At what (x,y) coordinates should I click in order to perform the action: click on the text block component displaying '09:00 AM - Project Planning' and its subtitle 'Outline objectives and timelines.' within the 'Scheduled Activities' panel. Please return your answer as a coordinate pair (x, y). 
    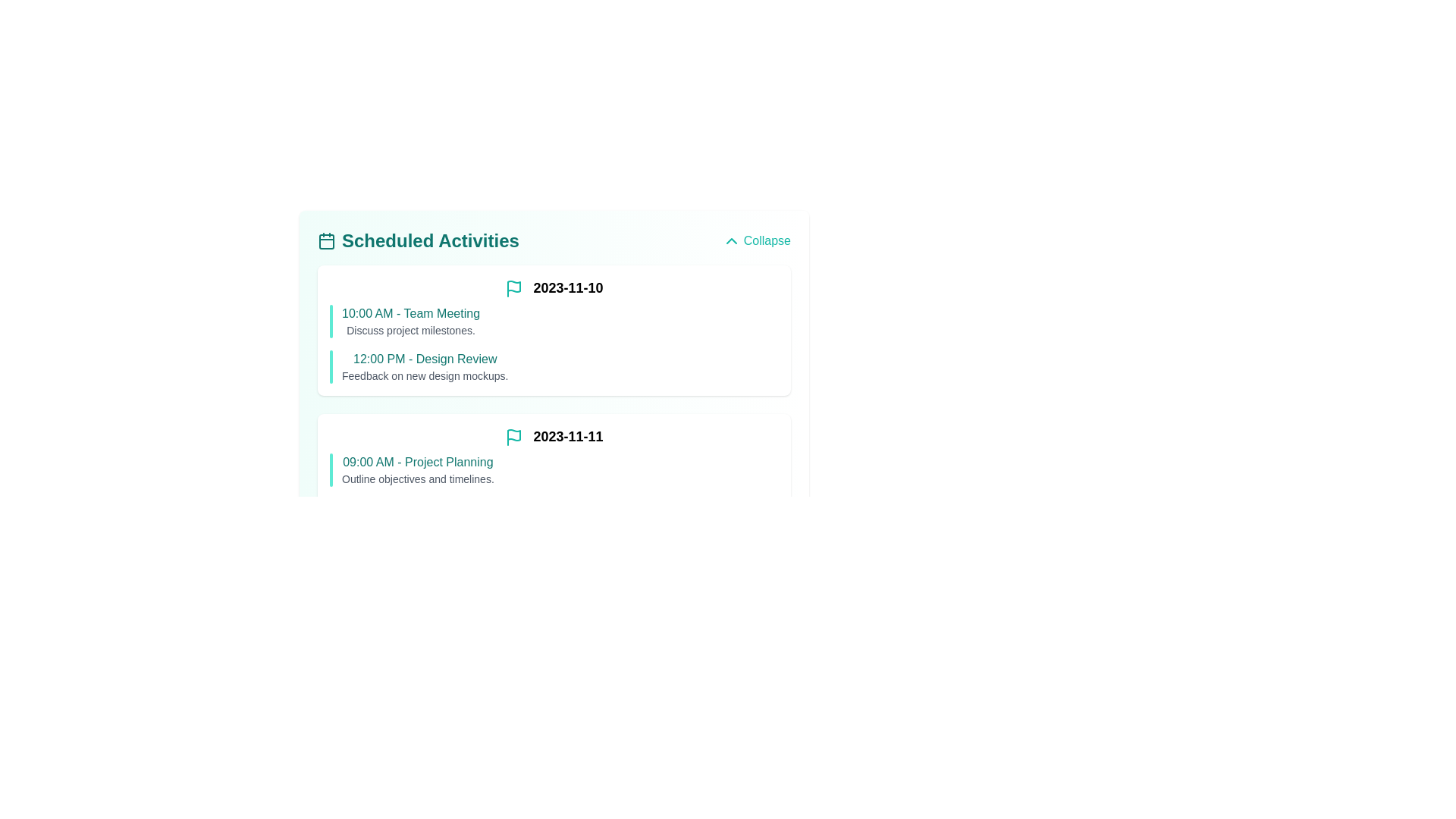
    Looking at the image, I should click on (418, 469).